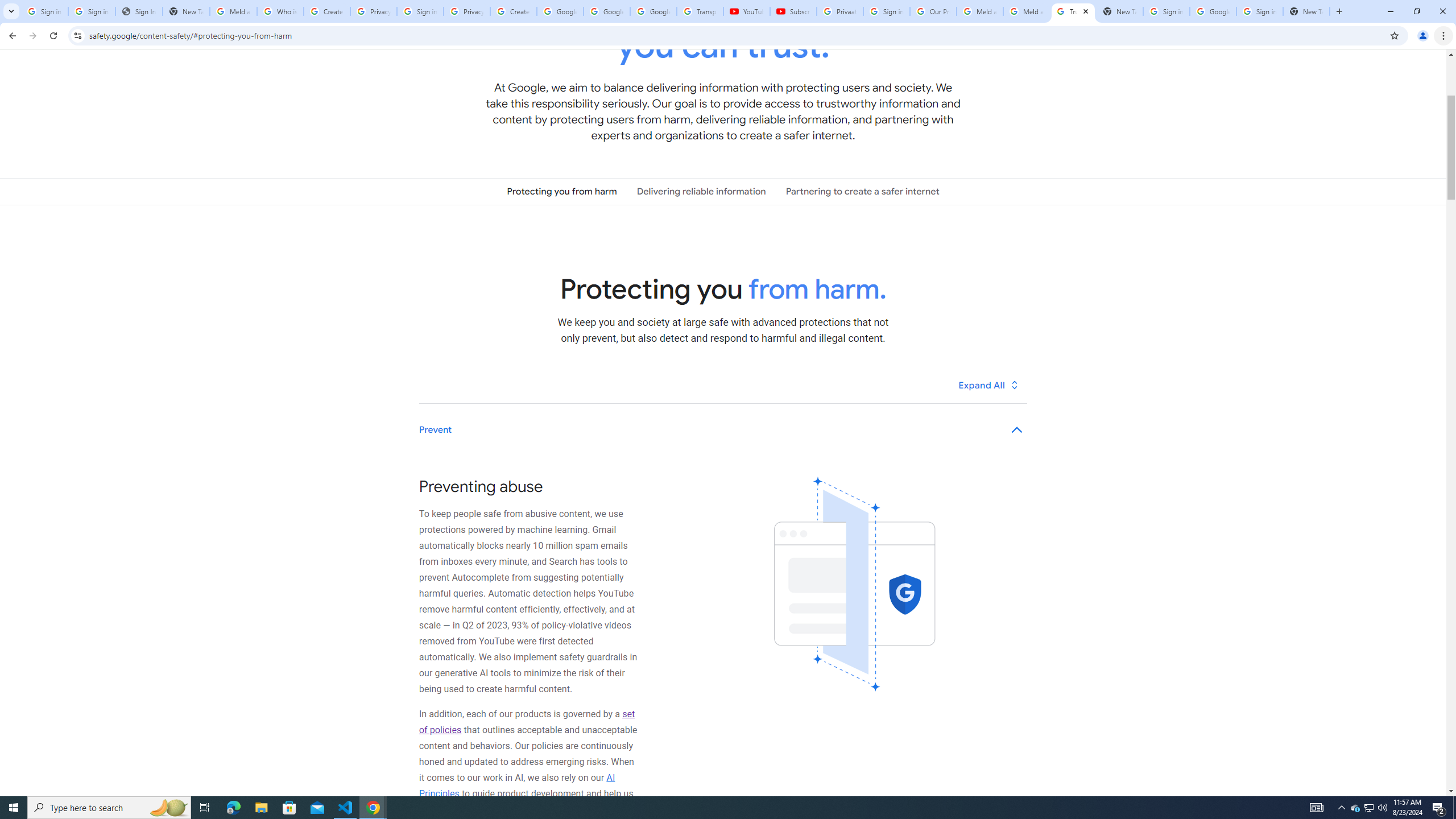 Image resolution: width=1456 pixels, height=819 pixels. I want to click on 'Expand All', so click(988, 384).